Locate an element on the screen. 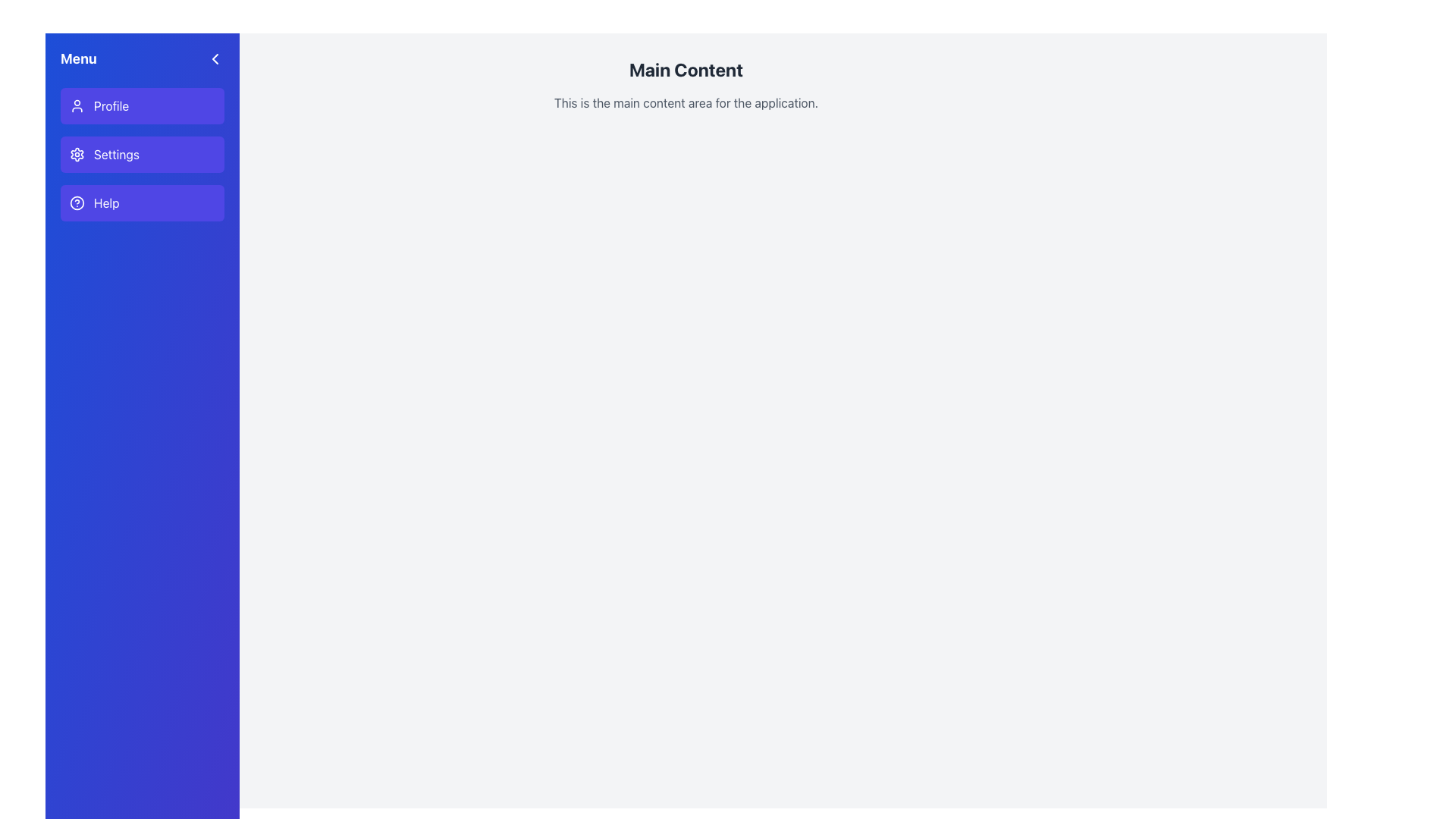 The image size is (1456, 819). the settings button located below the 'Profile' button and above the 'Help' button in the vertical menu is located at coordinates (142, 155).